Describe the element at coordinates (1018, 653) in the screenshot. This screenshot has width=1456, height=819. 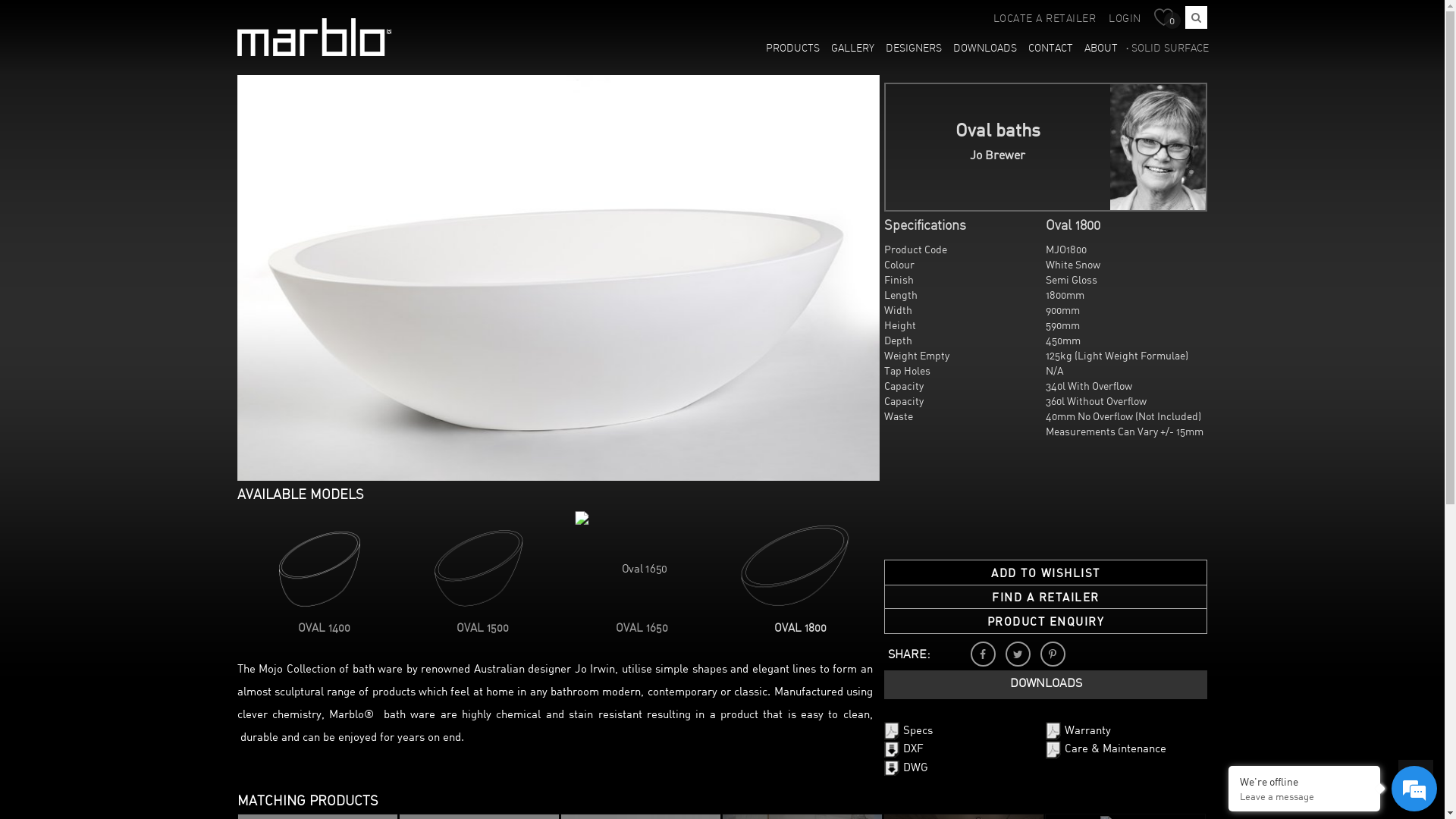
I see `'Twitter'` at that location.